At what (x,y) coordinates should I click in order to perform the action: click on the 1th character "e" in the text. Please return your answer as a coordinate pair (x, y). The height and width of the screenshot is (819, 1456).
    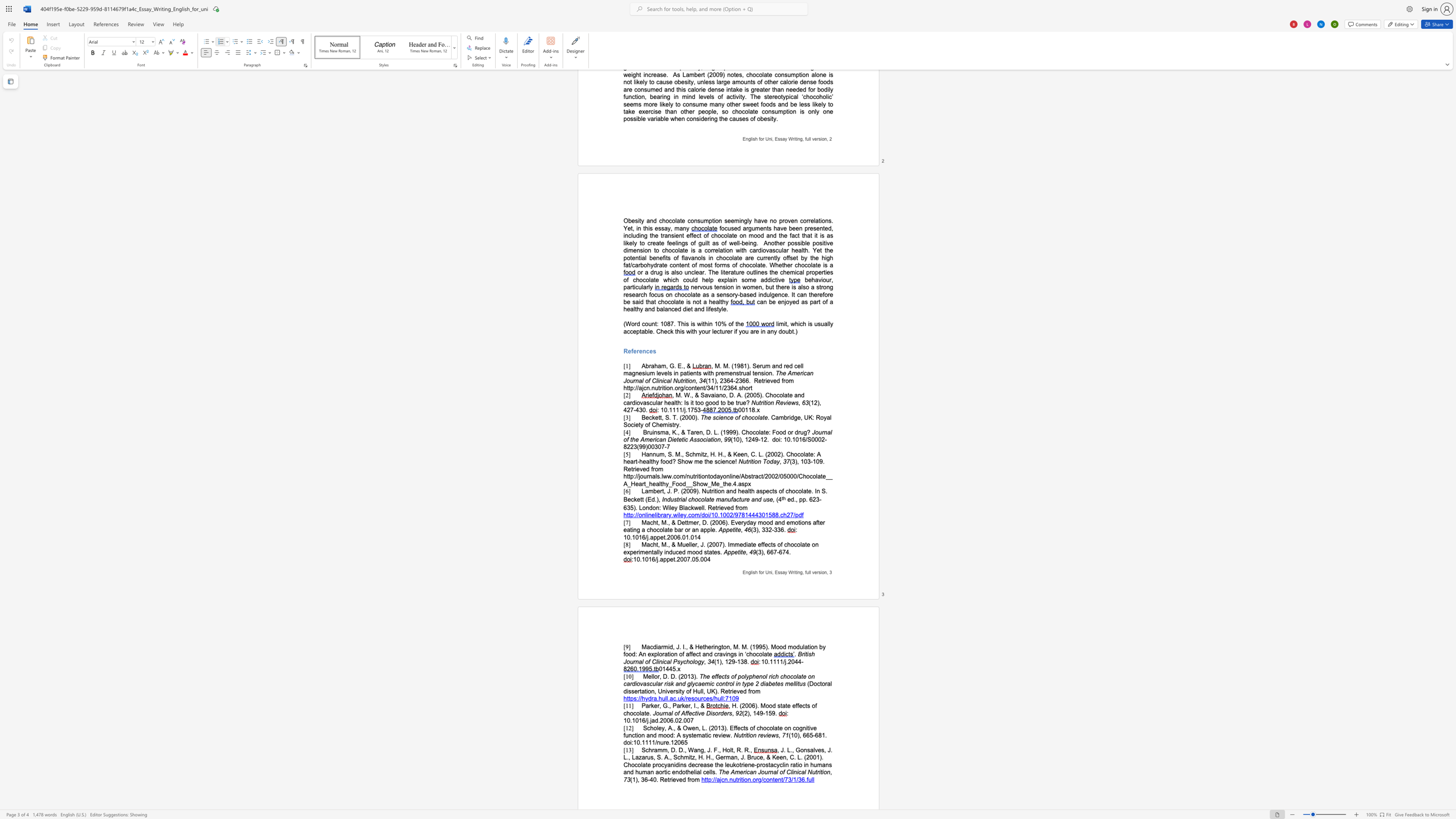
    Looking at the image, I should click on (683, 522).